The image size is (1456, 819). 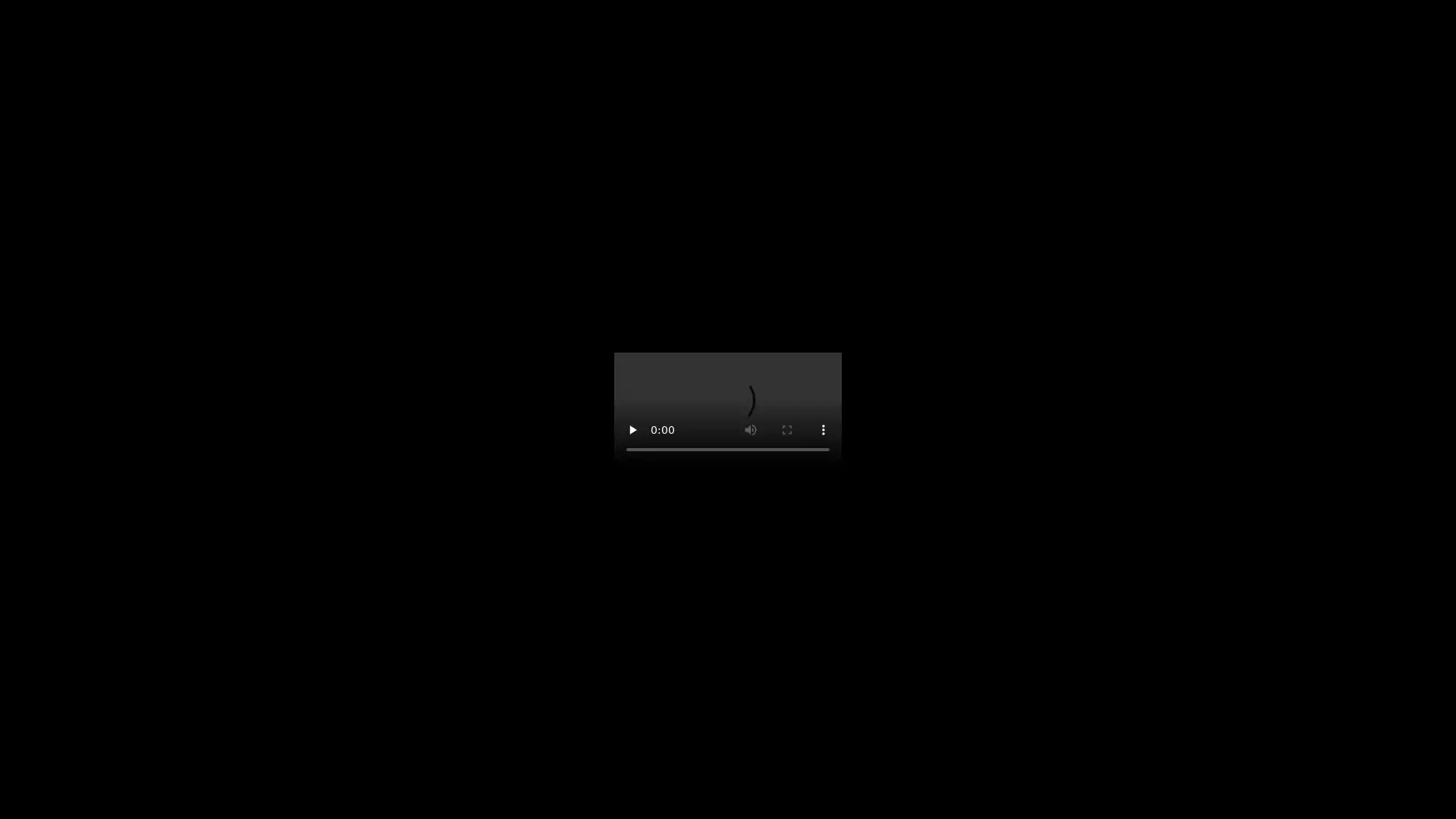 What do you see at coordinates (786, 430) in the screenshot?
I see `enter full screen` at bounding box center [786, 430].